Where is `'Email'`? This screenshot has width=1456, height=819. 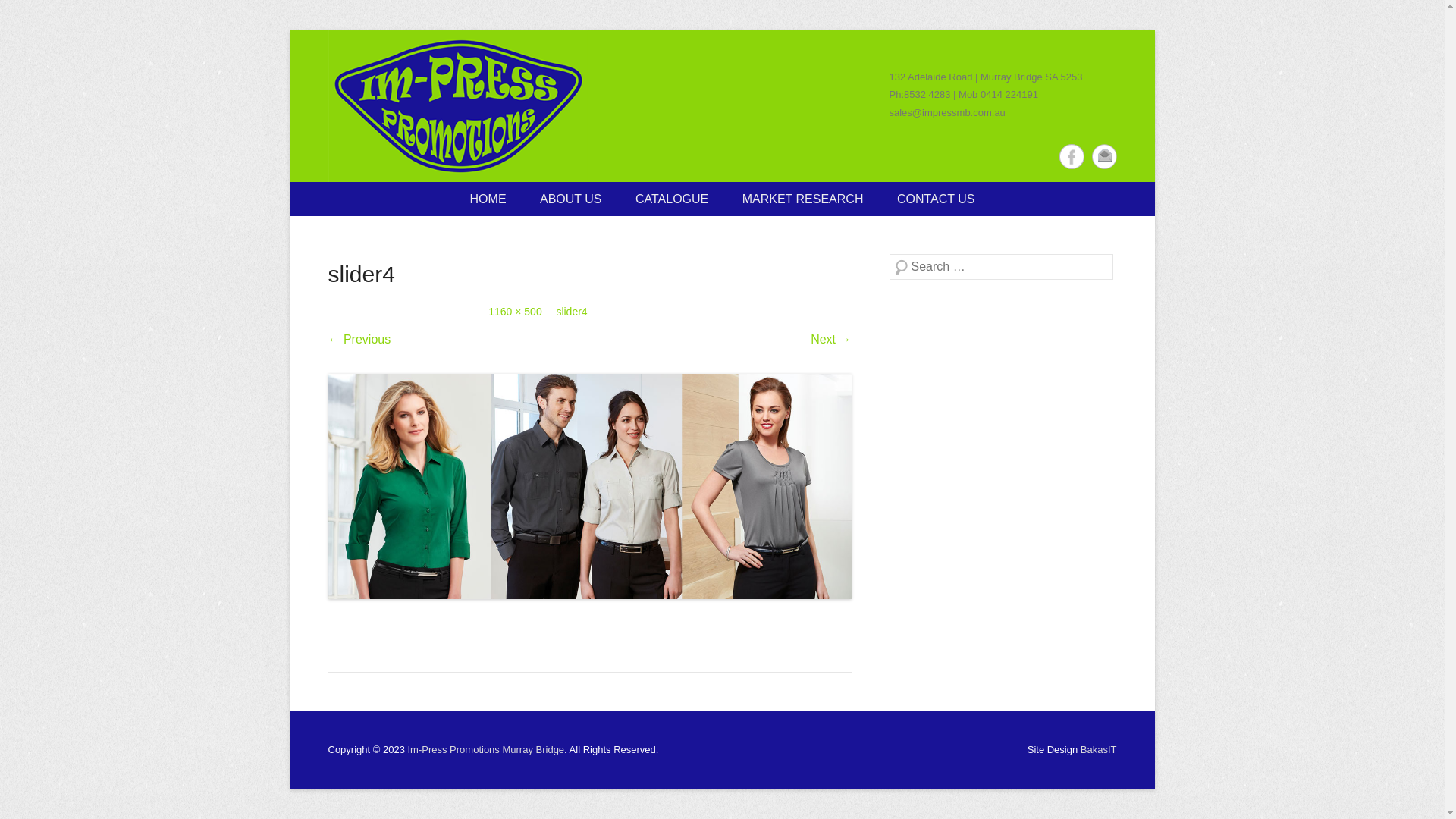
'Email' is located at coordinates (1104, 156).